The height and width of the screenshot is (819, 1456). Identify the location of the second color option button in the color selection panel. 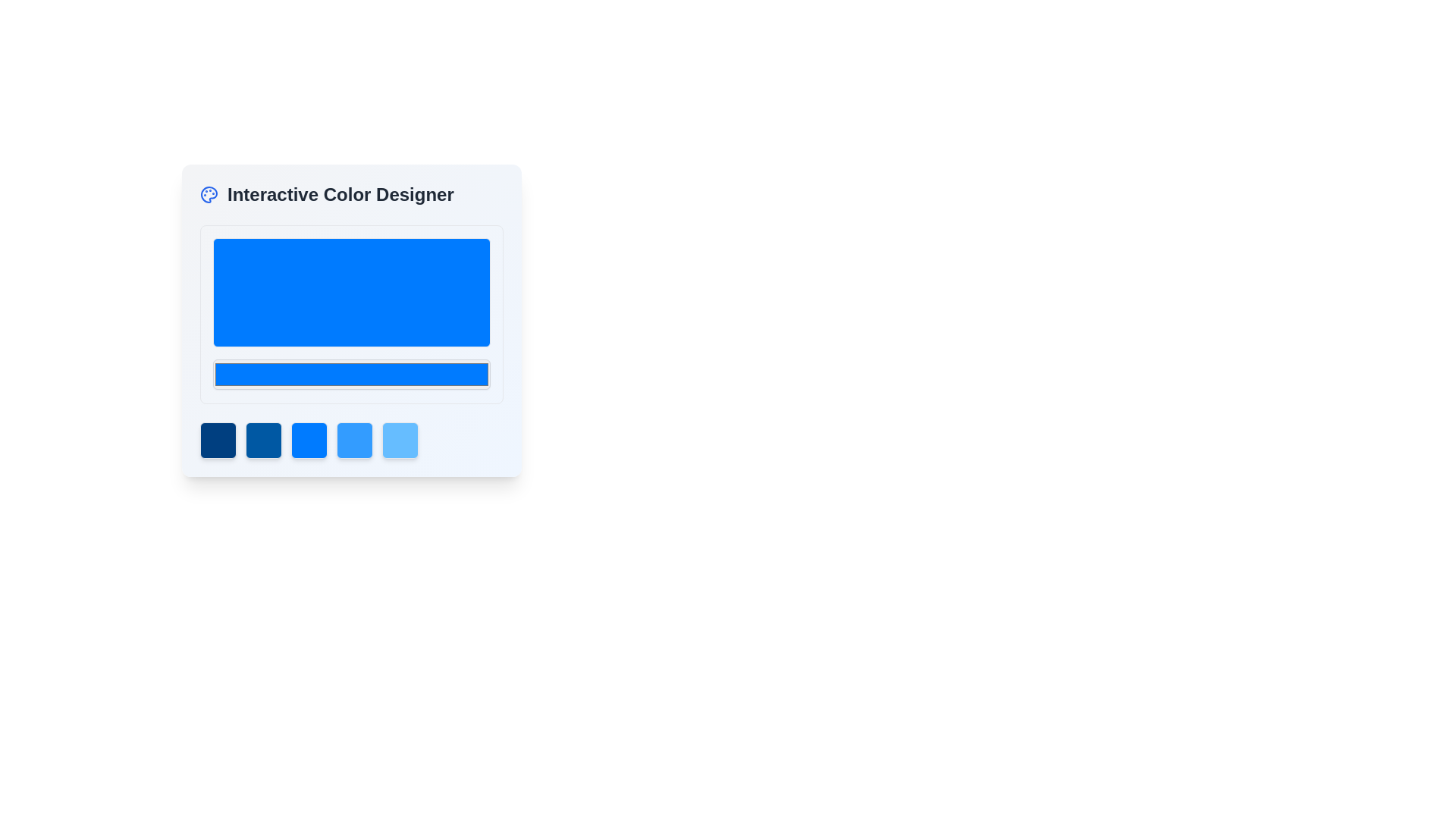
(263, 441).